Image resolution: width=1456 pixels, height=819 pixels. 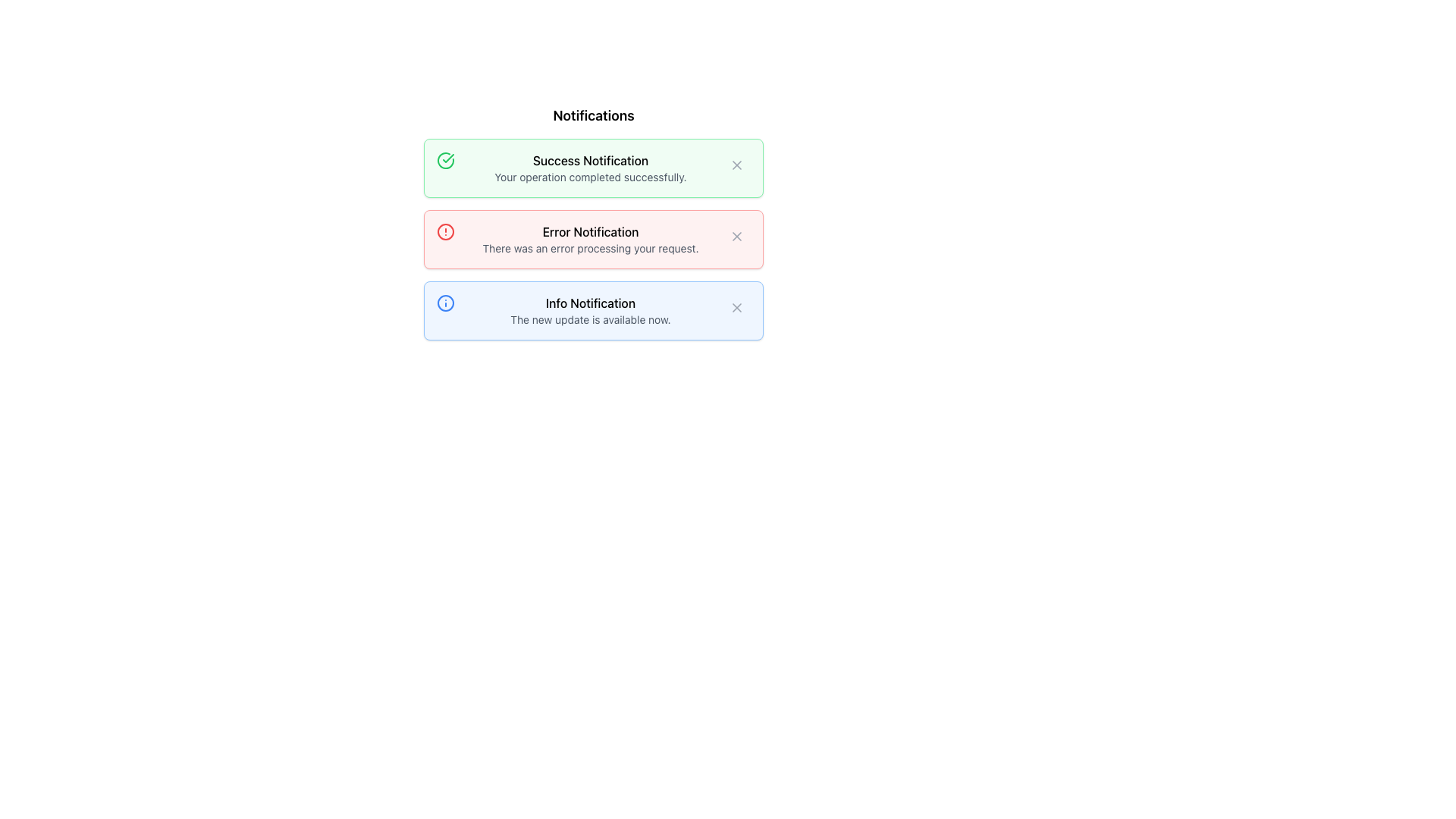 I want to click on the diagonal cross mark button within the 'Info Notification' box, so click(x=736, y=307).